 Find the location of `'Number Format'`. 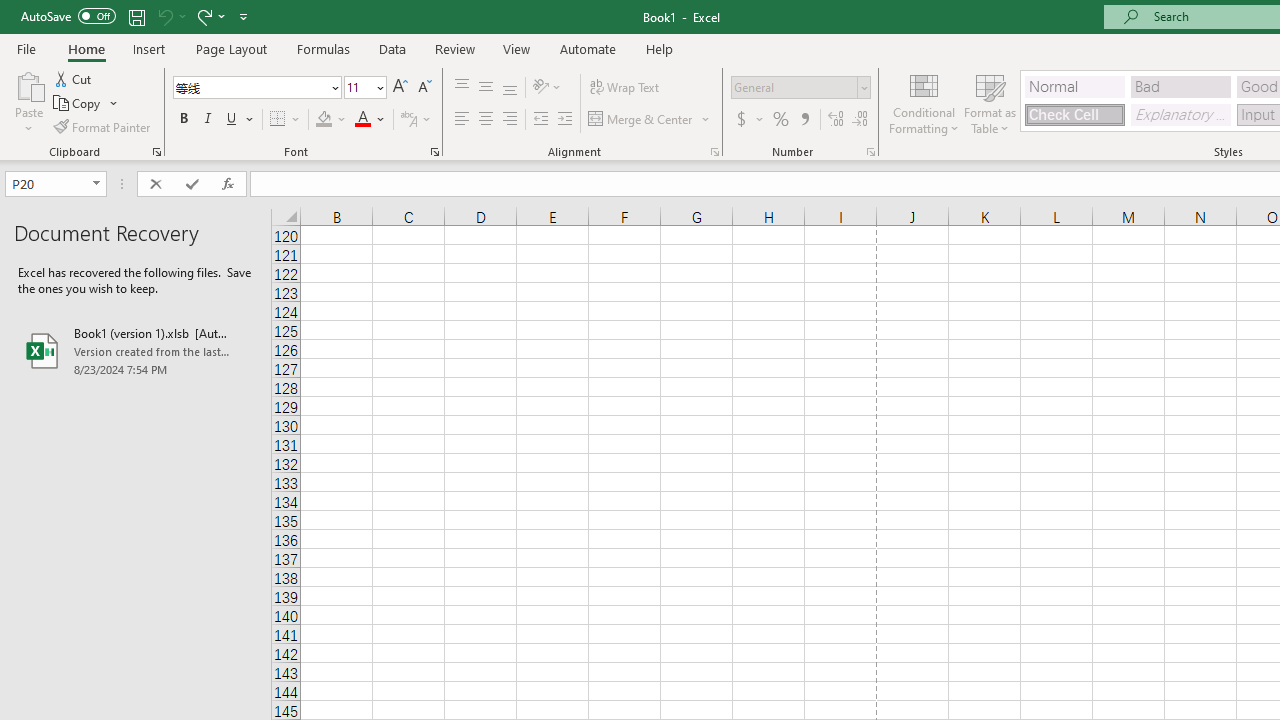

'Number Format' is located at coordinates (793, 86).